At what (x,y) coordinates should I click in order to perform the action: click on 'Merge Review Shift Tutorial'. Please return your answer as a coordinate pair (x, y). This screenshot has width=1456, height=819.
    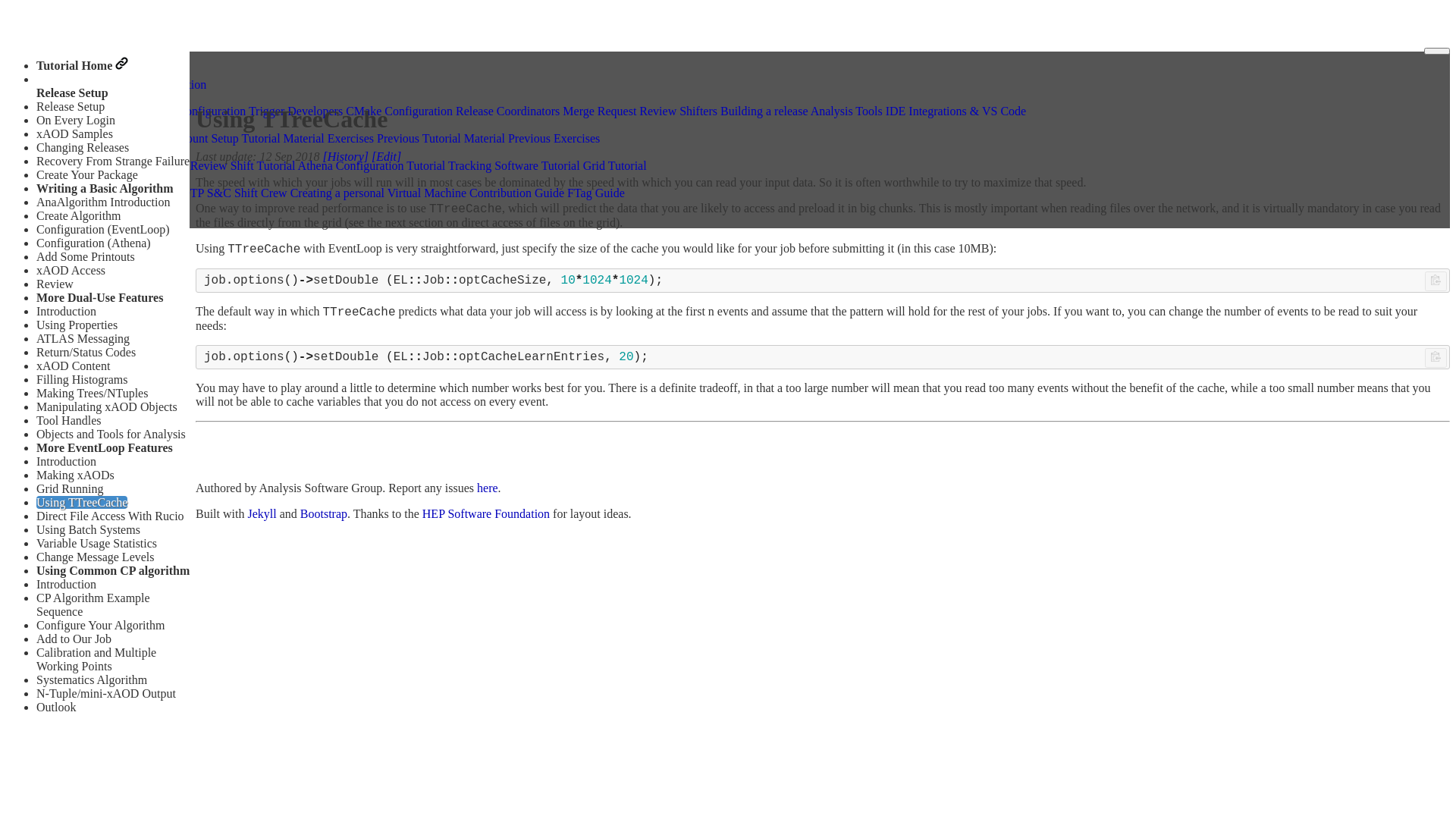
    Looking at the image, I should click on (224, 165).